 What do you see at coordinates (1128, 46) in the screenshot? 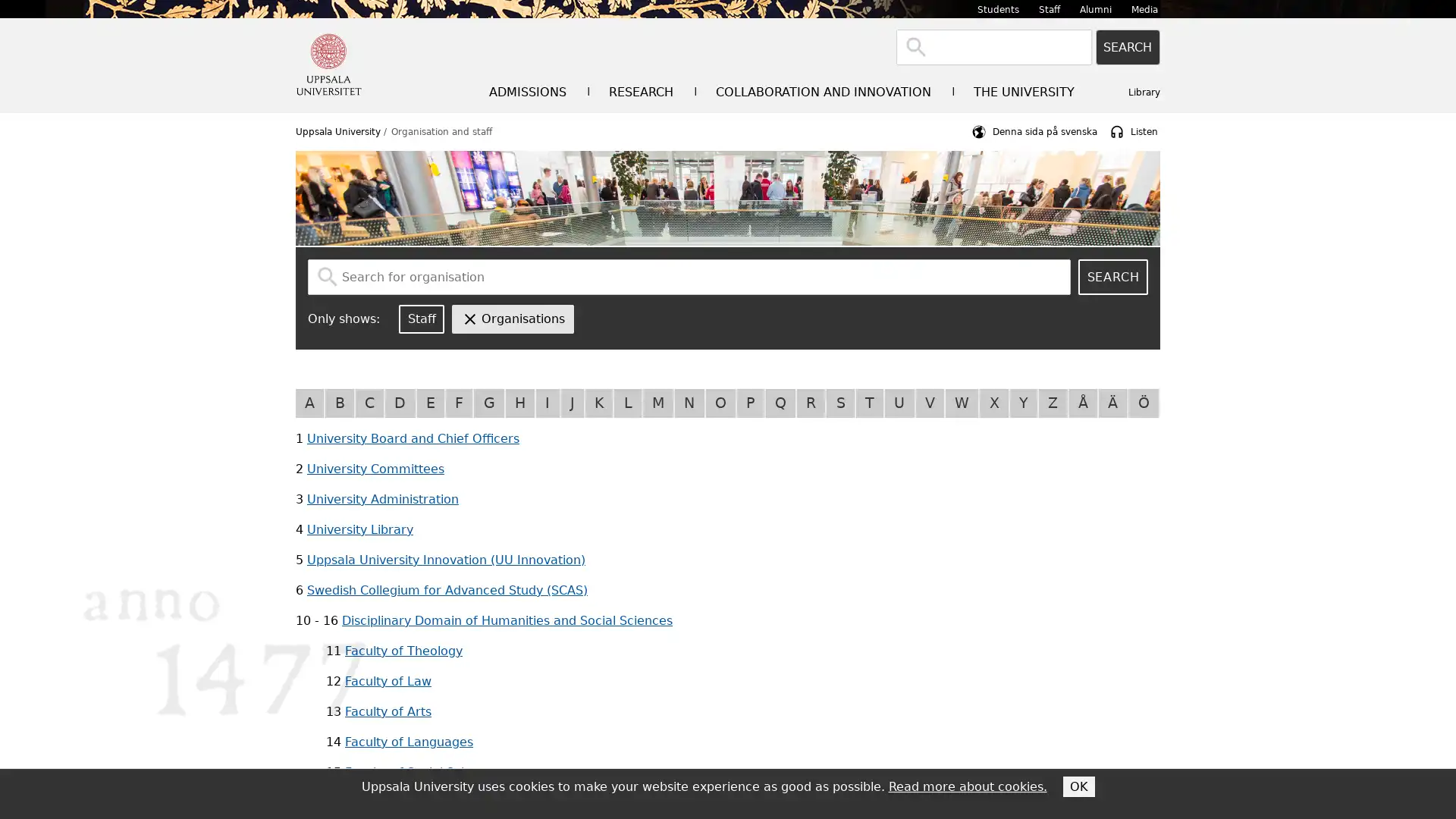
I see `Search` at bounding box center [1128, 46].